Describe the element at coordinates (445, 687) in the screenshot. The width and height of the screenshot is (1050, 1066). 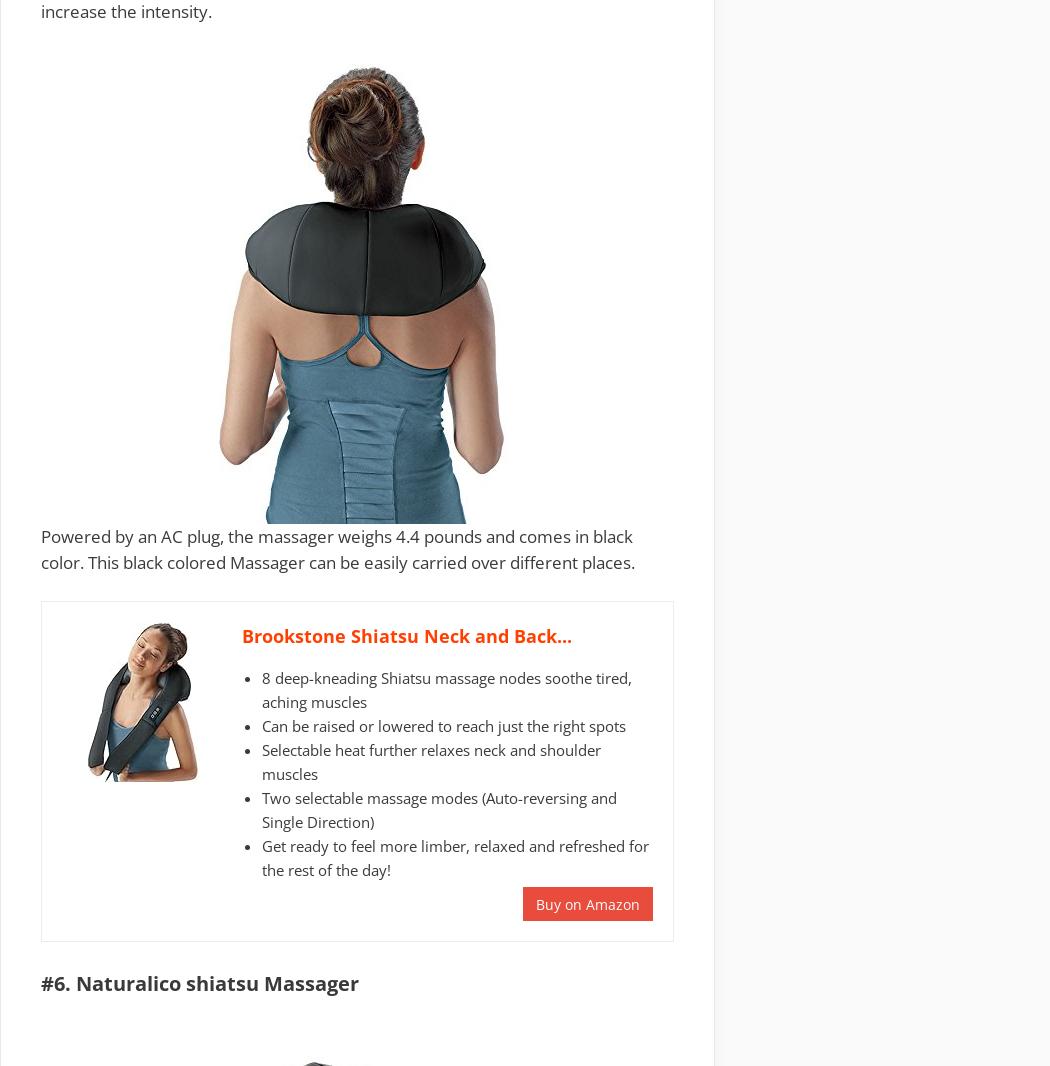
I see `'8 deep-kneading Shiatsu massage nodes soothe tired, aching muscles'` at that location.